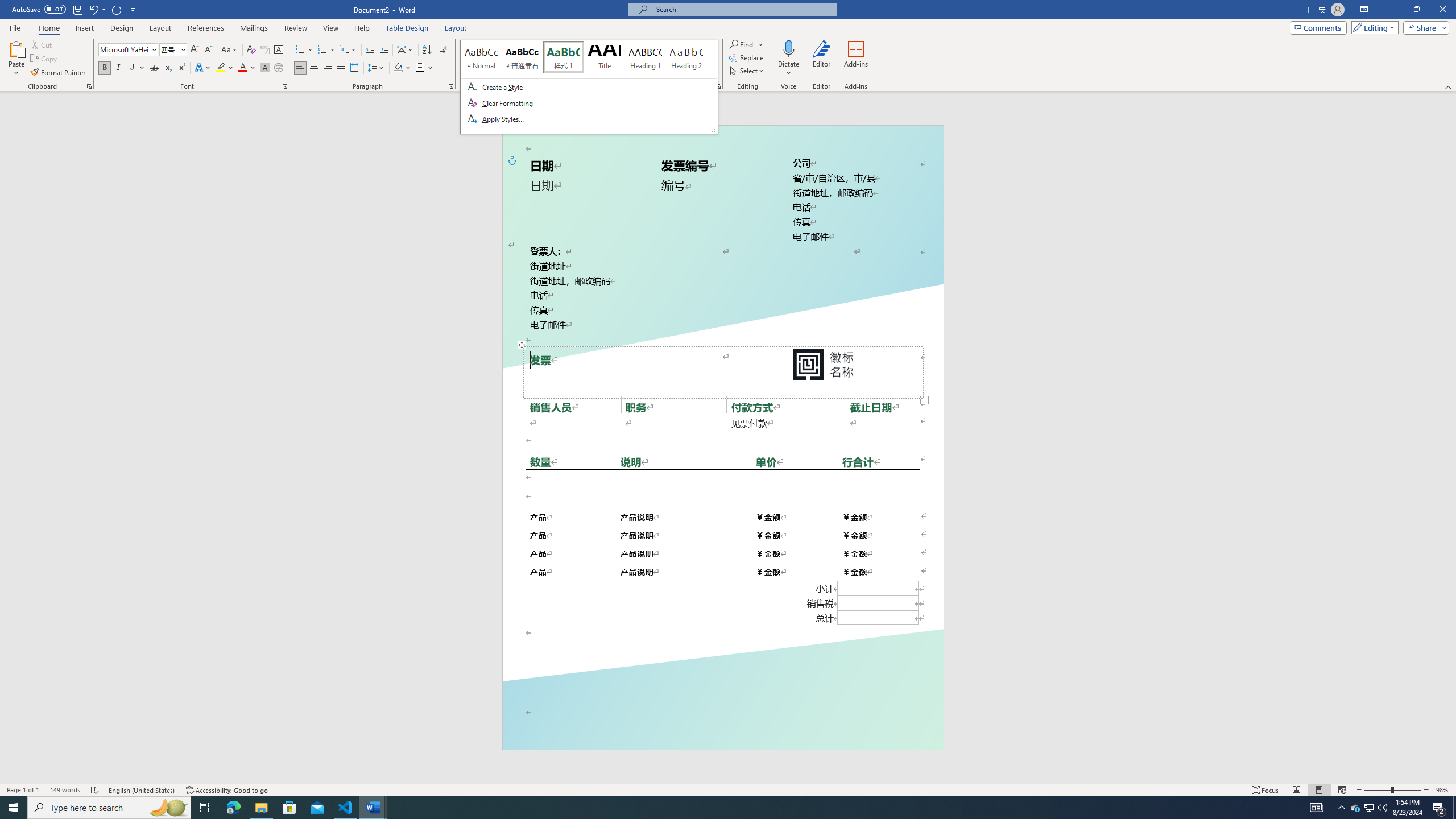  I want to click on 'Word - 2 running windows', so click(373, 806).